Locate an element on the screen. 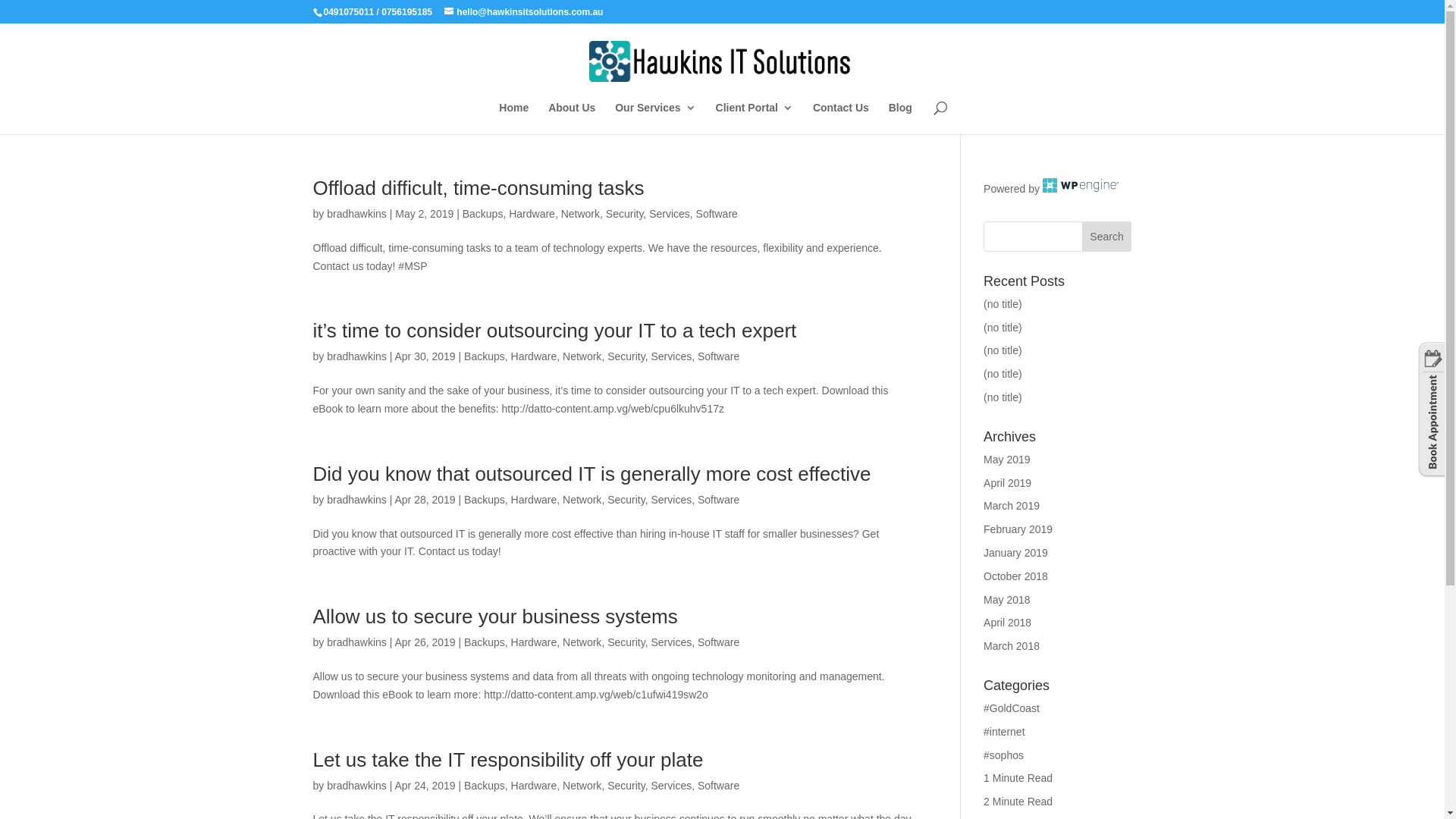 The height and width of the screenshot is (819, 1456). 'March 2018' is located at coordinates (1012, 646).